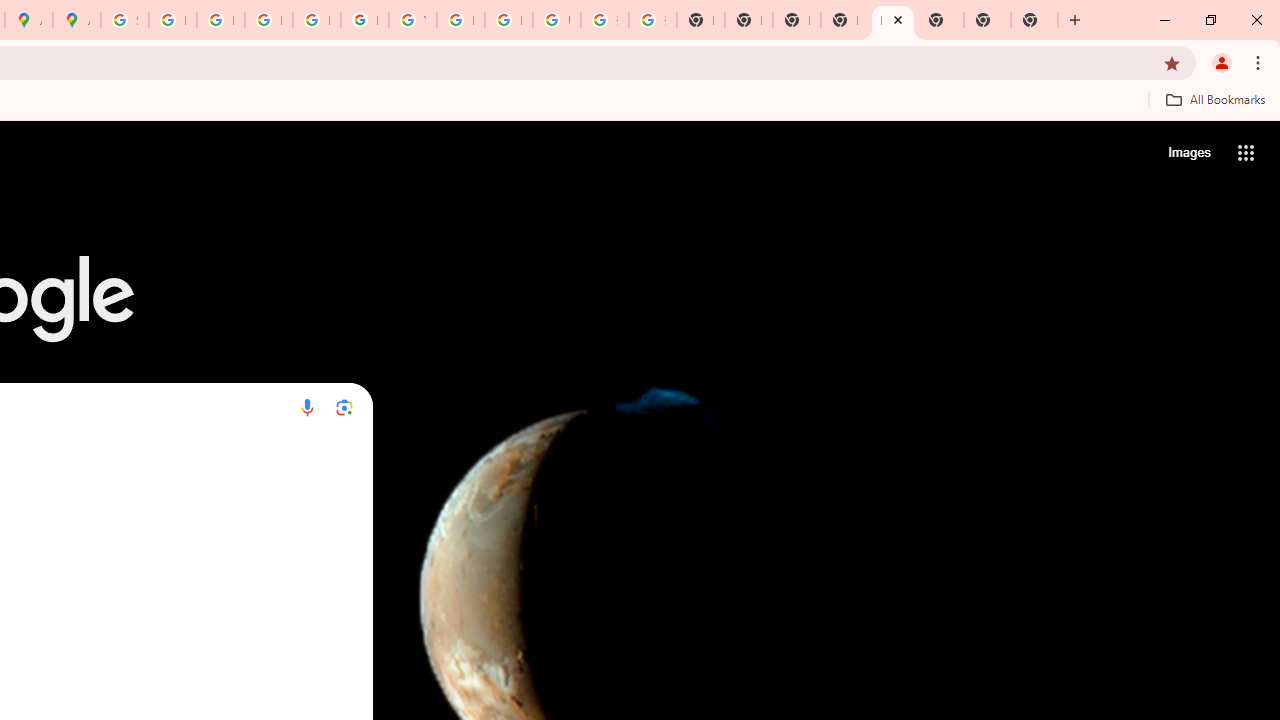 The width and height of the screenshot is (1280, 720). Describe the element at coordinates (891, 20) in the screenshot. I see `'New Tab'` at that location.